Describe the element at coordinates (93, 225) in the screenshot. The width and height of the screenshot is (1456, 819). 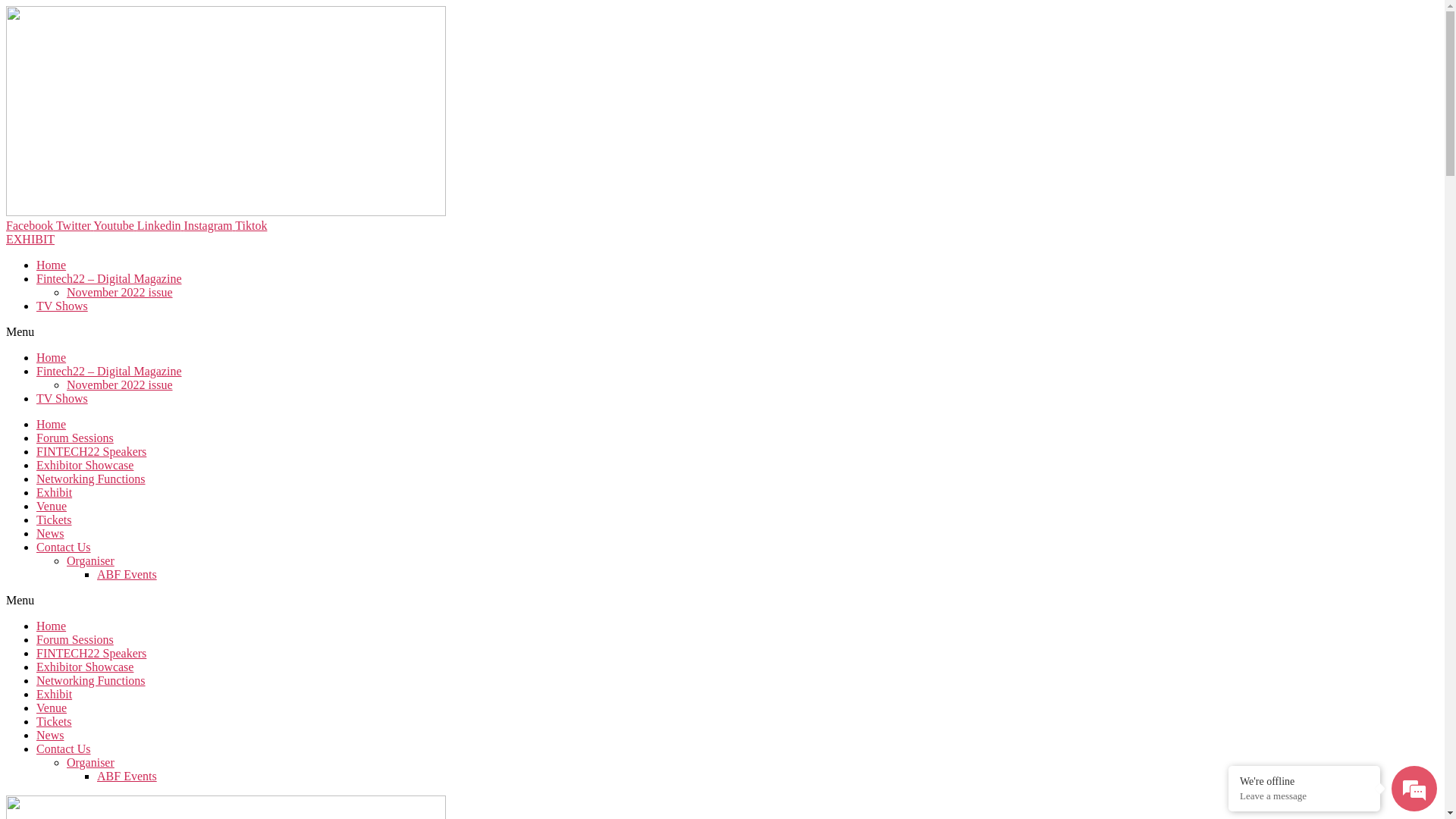
I see `'Youtube'` at that location.